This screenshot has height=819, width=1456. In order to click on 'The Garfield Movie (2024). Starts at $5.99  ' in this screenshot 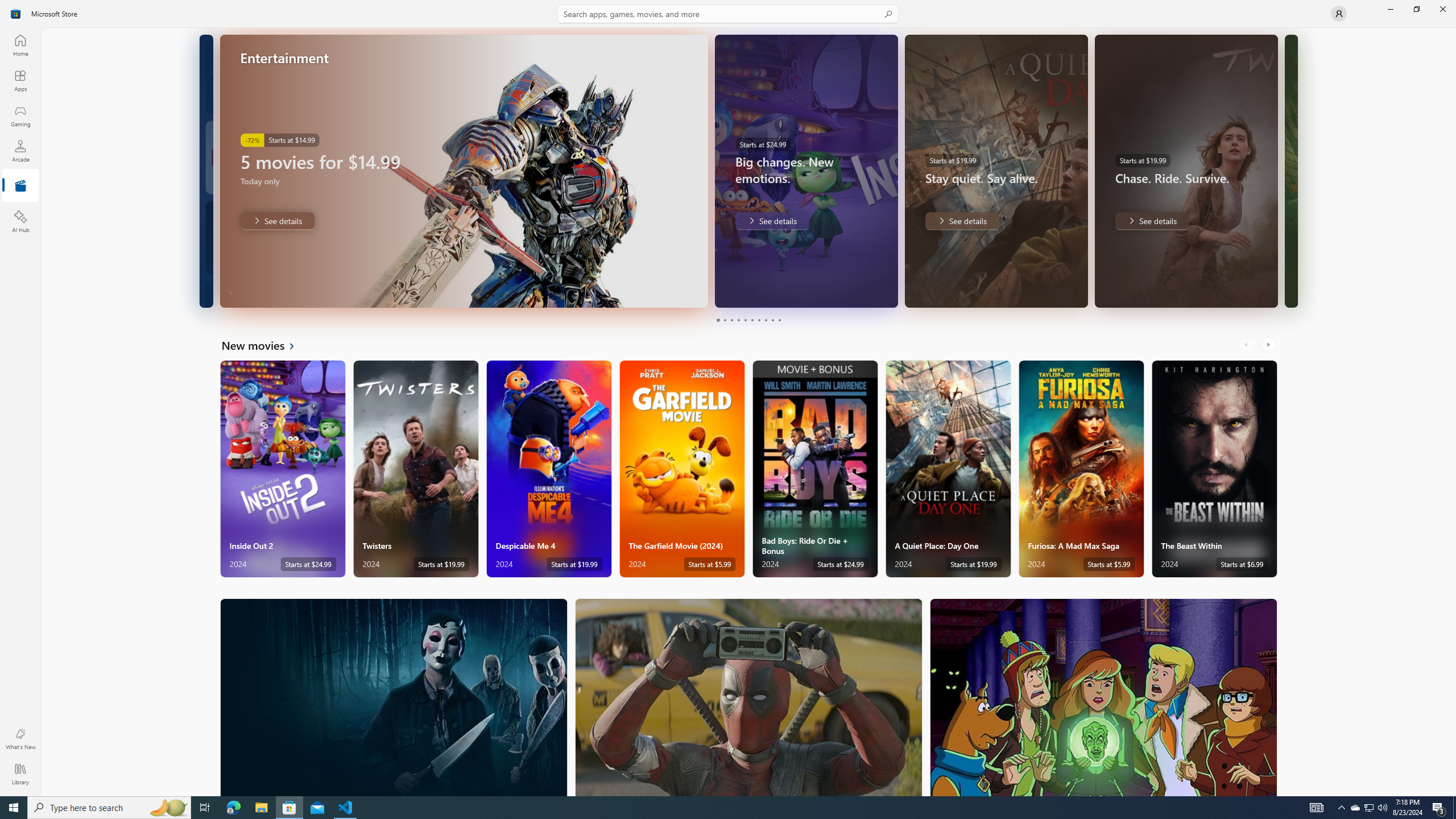, I will do `click(681, 469)`.